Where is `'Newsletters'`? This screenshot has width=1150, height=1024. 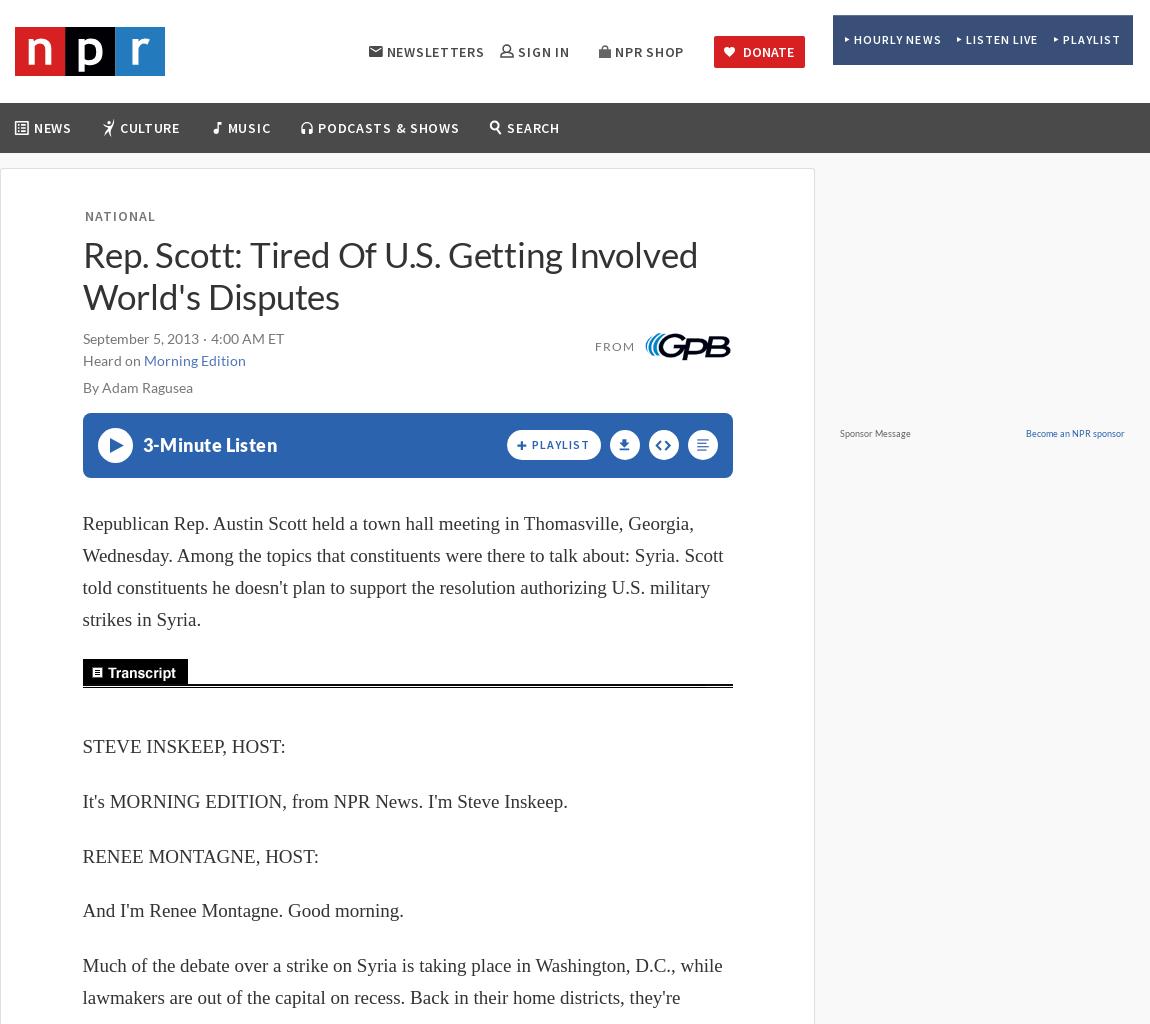
'Newsletters' is located at coordinates (435, 49).